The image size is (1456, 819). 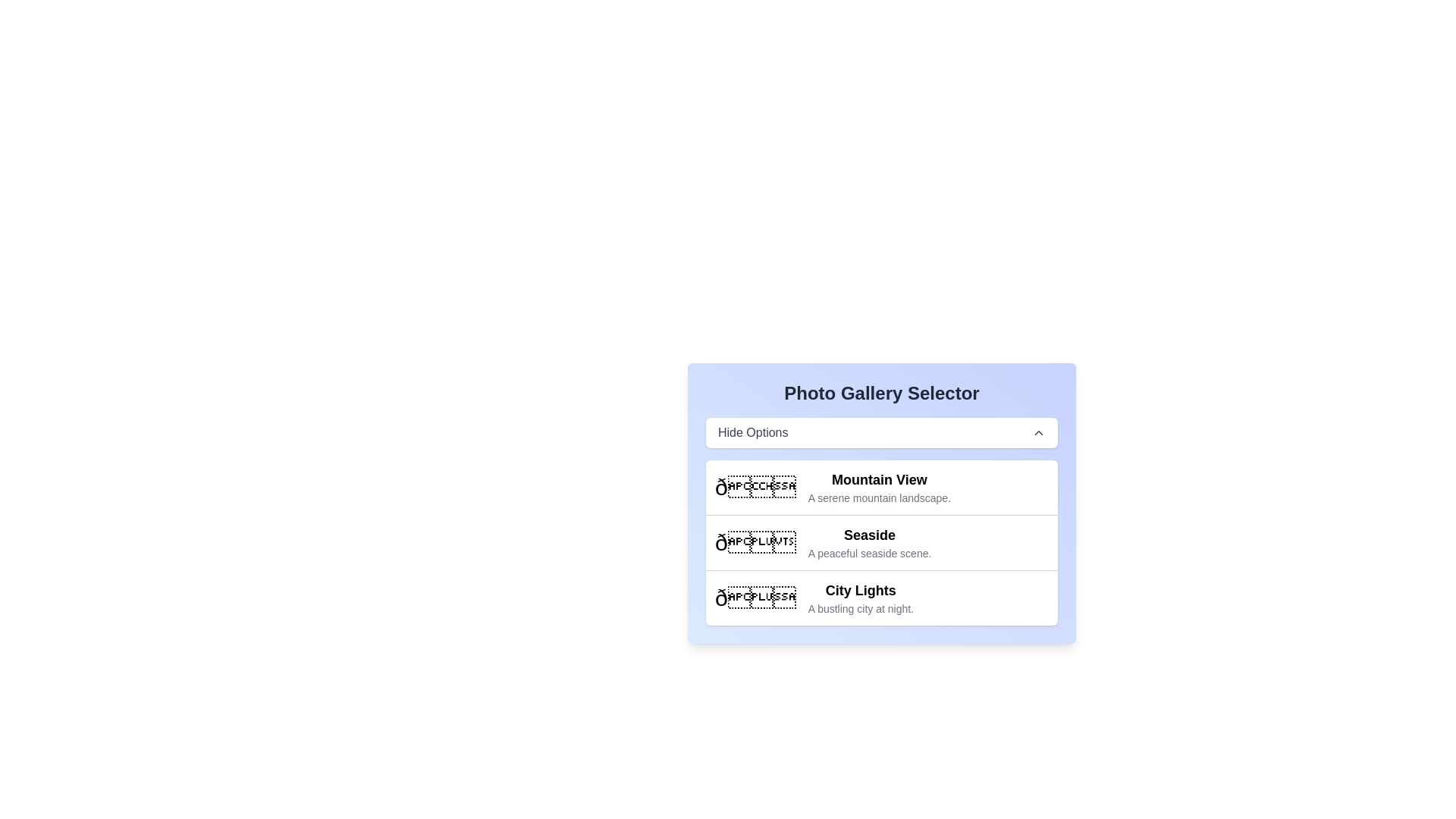 What do you see at coordinates (861, 607) in the screenshot?
I see `text content of the small text label that says 'A bustling city at night.' located below 'City Lights' in the third entry of the vertical list in the 'Photo Gallery Selector' interface` at bounding box center [861, 607].